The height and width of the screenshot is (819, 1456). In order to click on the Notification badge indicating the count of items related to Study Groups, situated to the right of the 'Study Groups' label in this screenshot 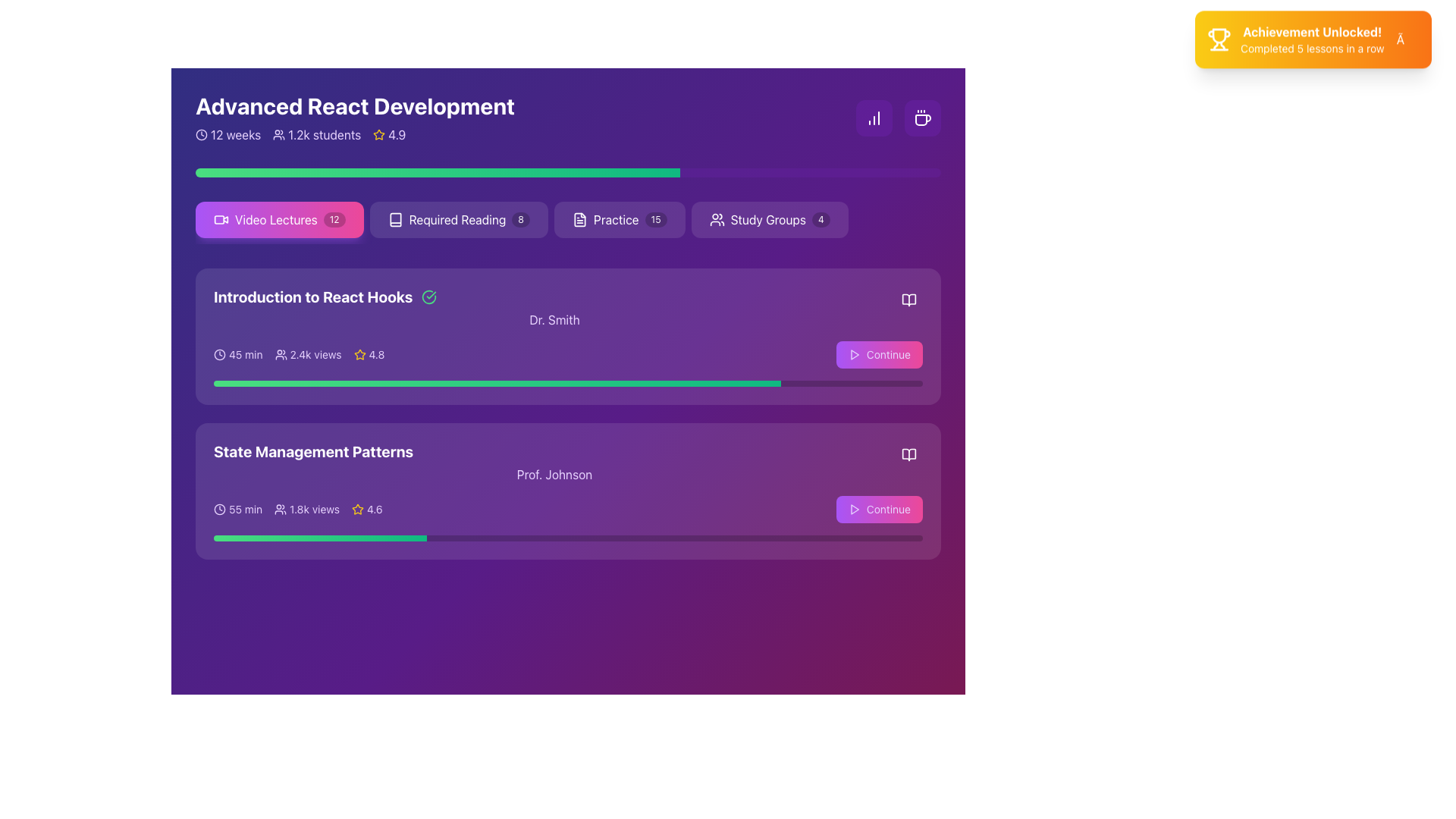, I will do `click(820, 219)`.